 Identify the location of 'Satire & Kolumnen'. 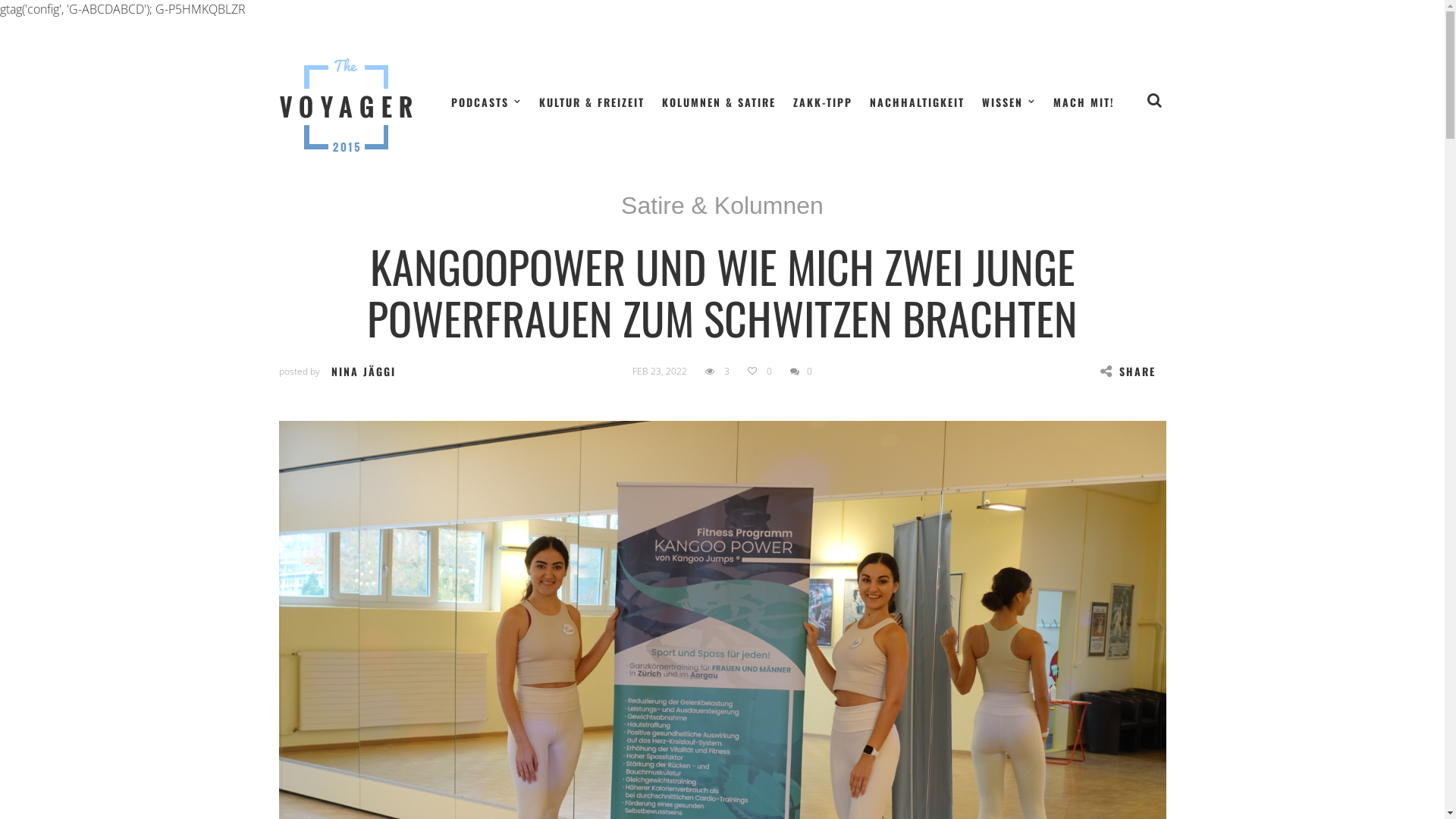
(721, 205).